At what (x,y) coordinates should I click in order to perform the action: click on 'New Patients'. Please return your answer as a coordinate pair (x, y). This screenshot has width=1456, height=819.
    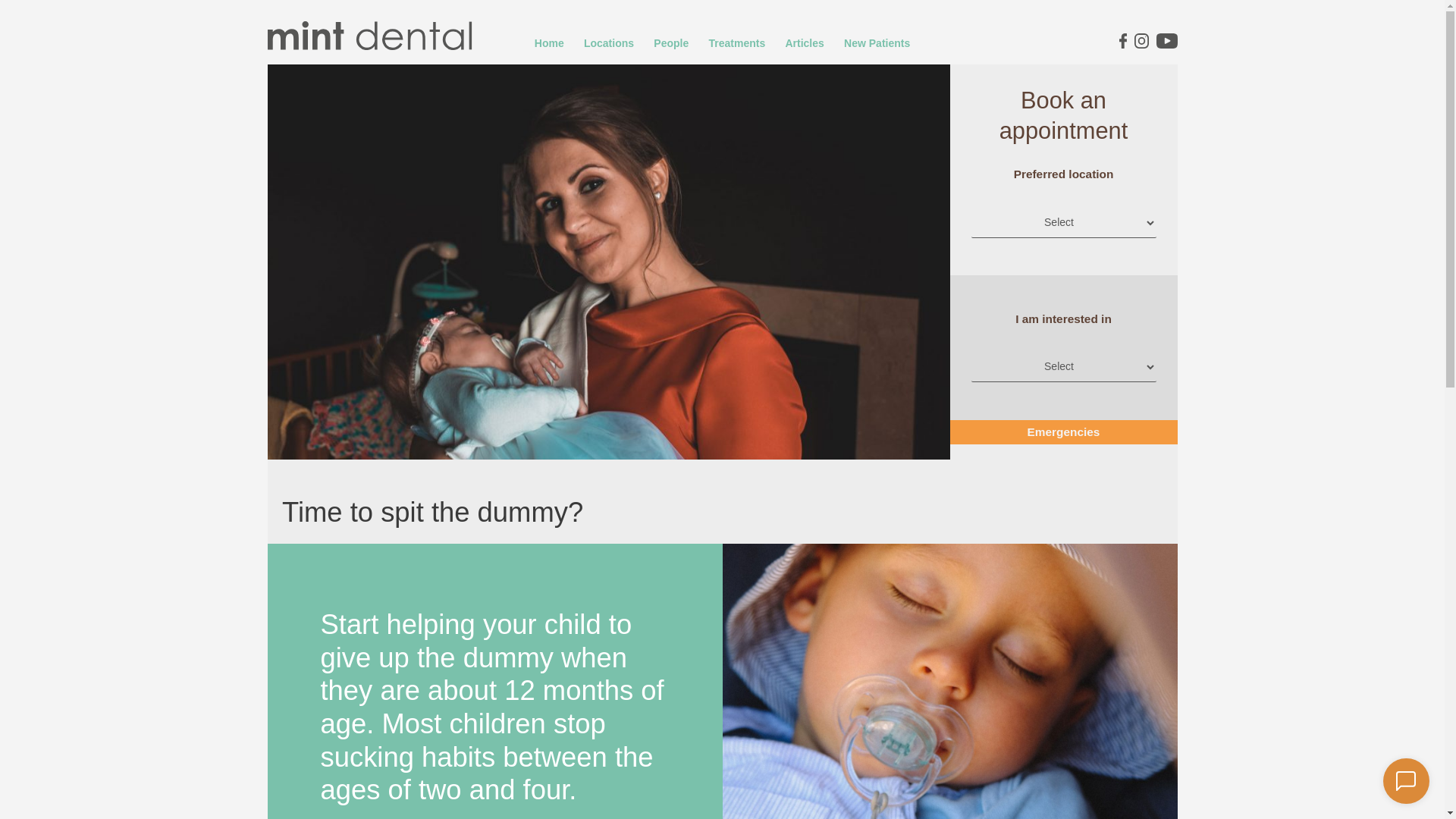
    Looking at the image, I should click on (835, 42).